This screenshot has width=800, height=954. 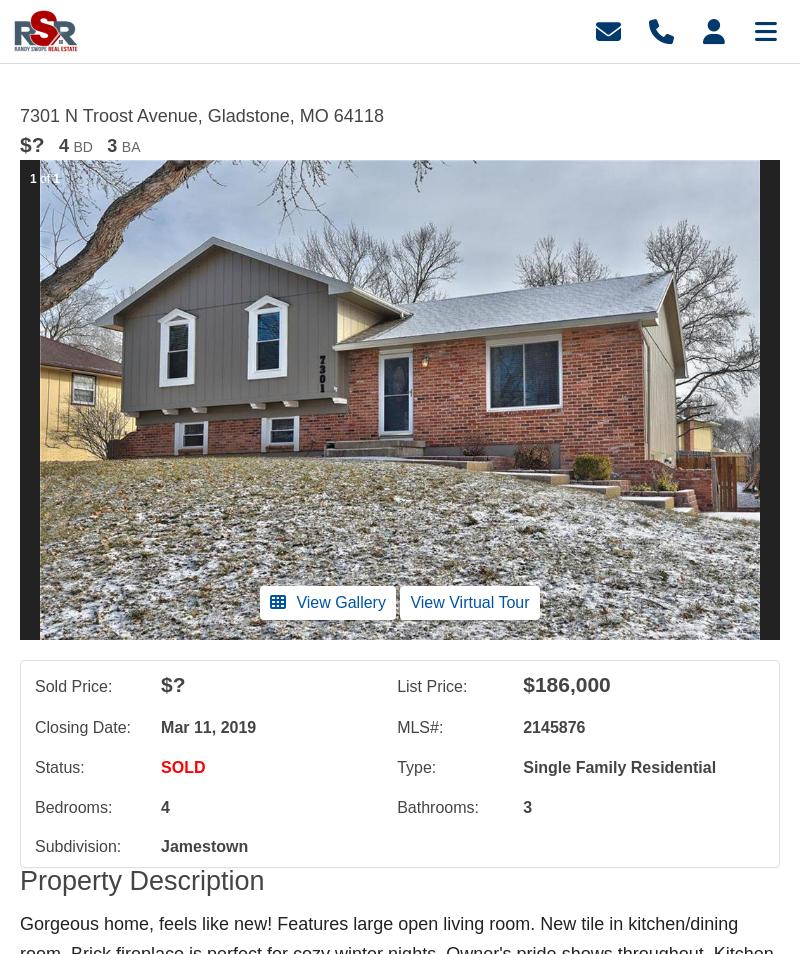 I want to click on 'Jamestown', so click(x=161, y=846).